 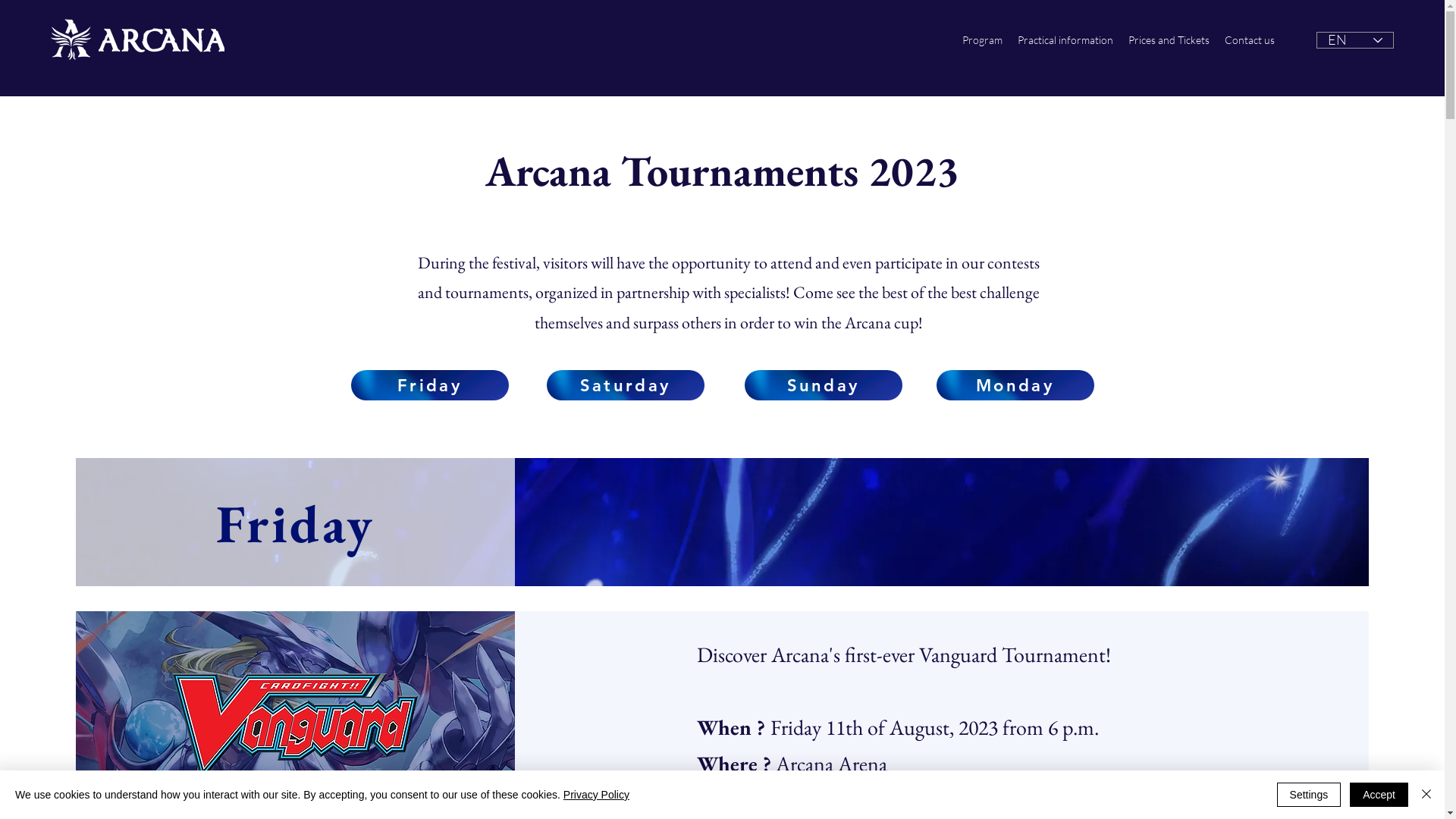 I want to click on 'Monday', so click(x=1015, y=384).